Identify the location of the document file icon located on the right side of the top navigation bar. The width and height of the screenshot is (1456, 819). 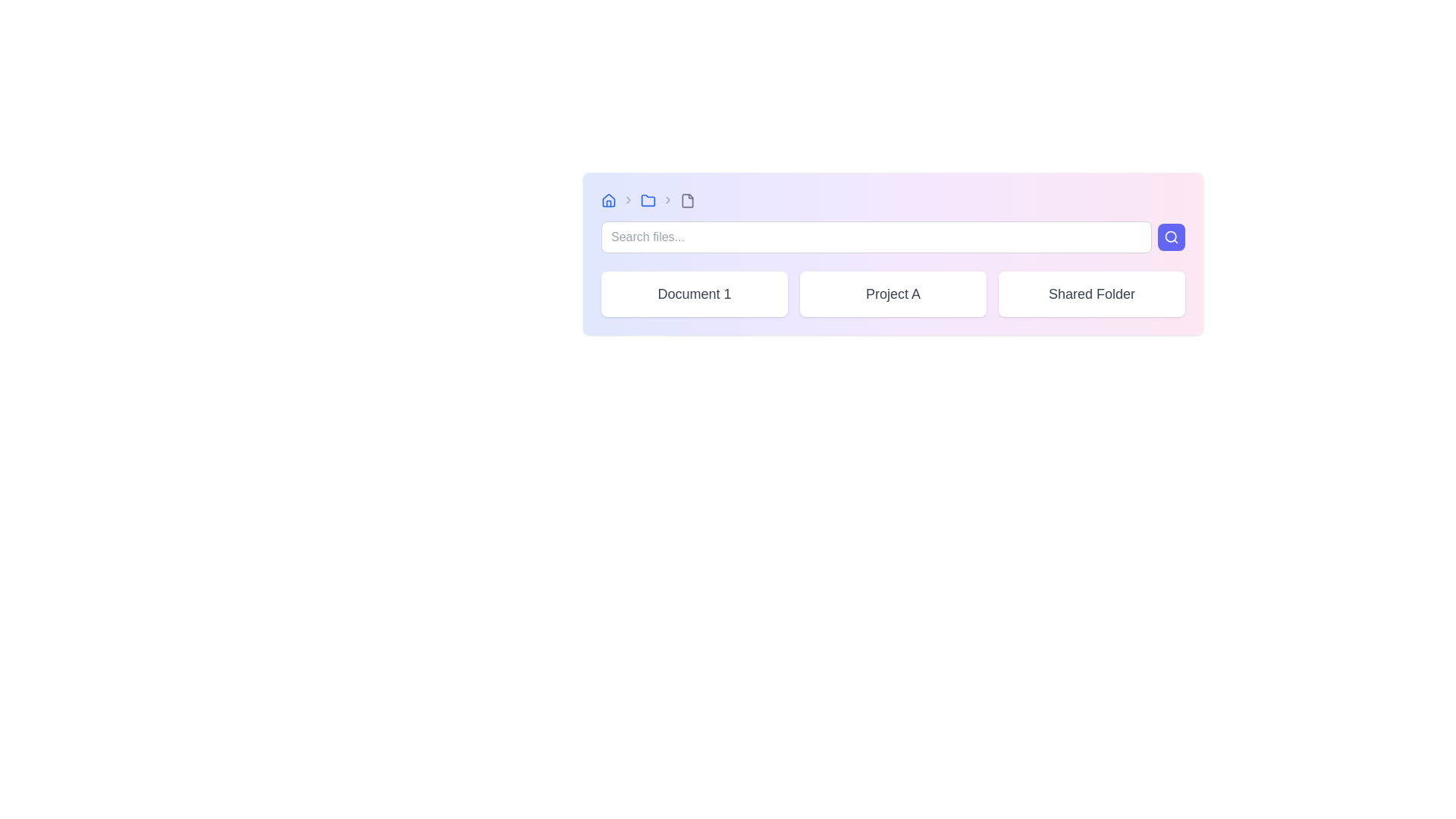
(687, 199).